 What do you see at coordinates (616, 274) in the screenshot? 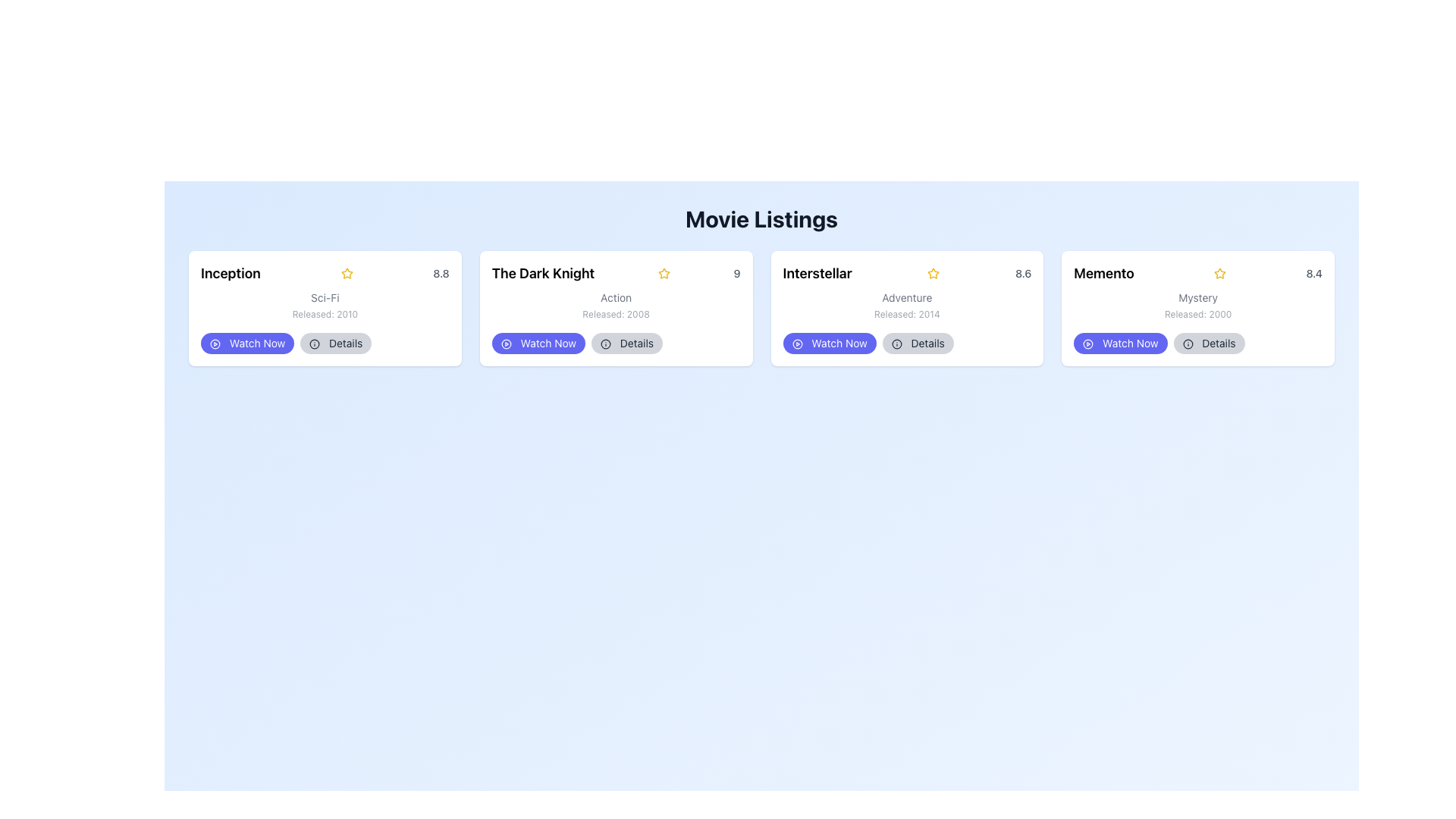
I see `the informational display block for the movie 'The Dark Knight', which includes the title, rating, and star representation, located at the top of the movie card` at bounding box center [616, 274].